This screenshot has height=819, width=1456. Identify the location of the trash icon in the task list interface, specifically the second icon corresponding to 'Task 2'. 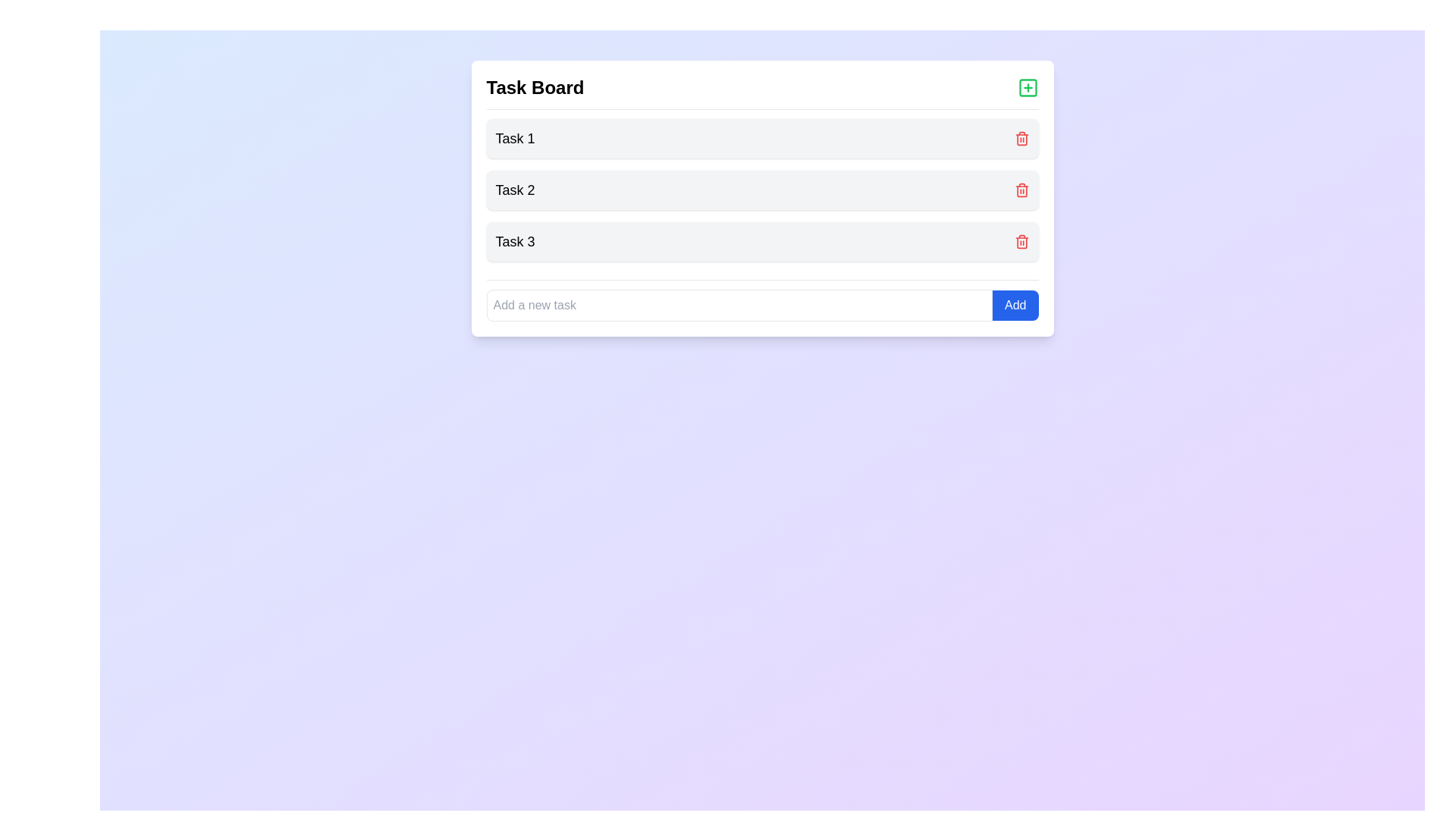
(1021, 140).